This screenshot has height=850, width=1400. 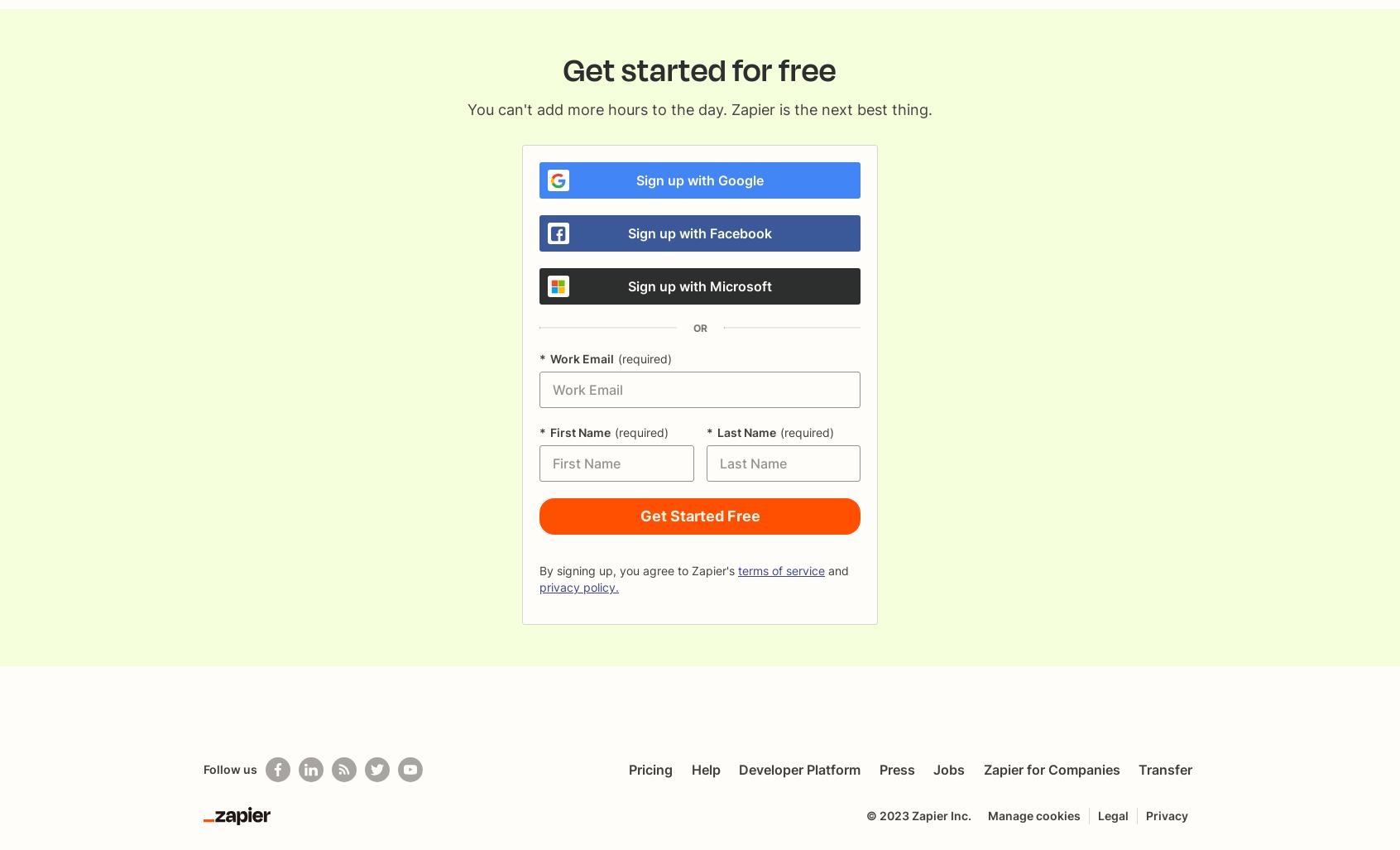 I want to click on '2023', so click(x=894, y=814).